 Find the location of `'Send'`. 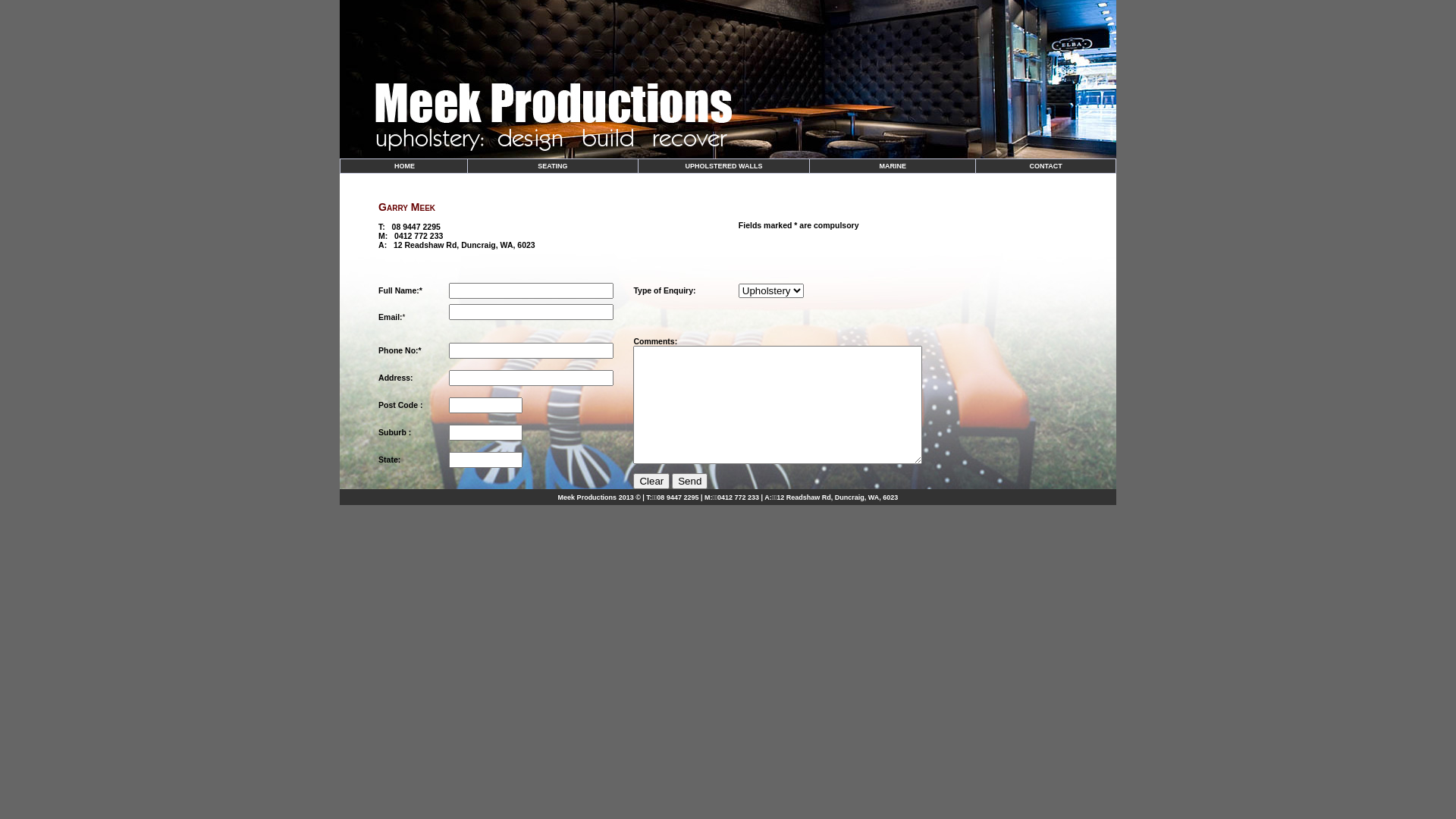

'Send' is located at coordinates (689, 481).